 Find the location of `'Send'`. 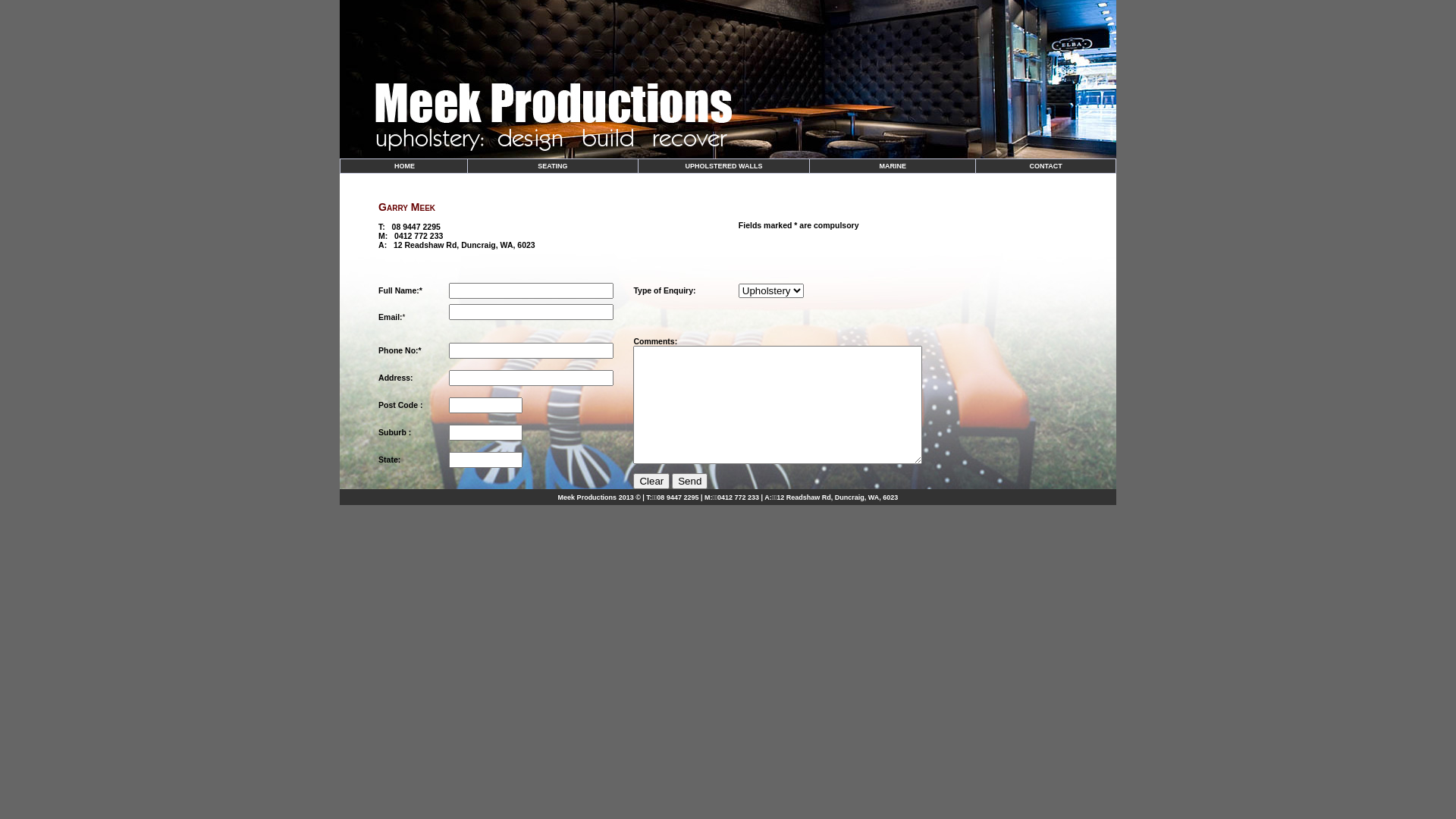

'Send' is located at coordinates (689, 481).